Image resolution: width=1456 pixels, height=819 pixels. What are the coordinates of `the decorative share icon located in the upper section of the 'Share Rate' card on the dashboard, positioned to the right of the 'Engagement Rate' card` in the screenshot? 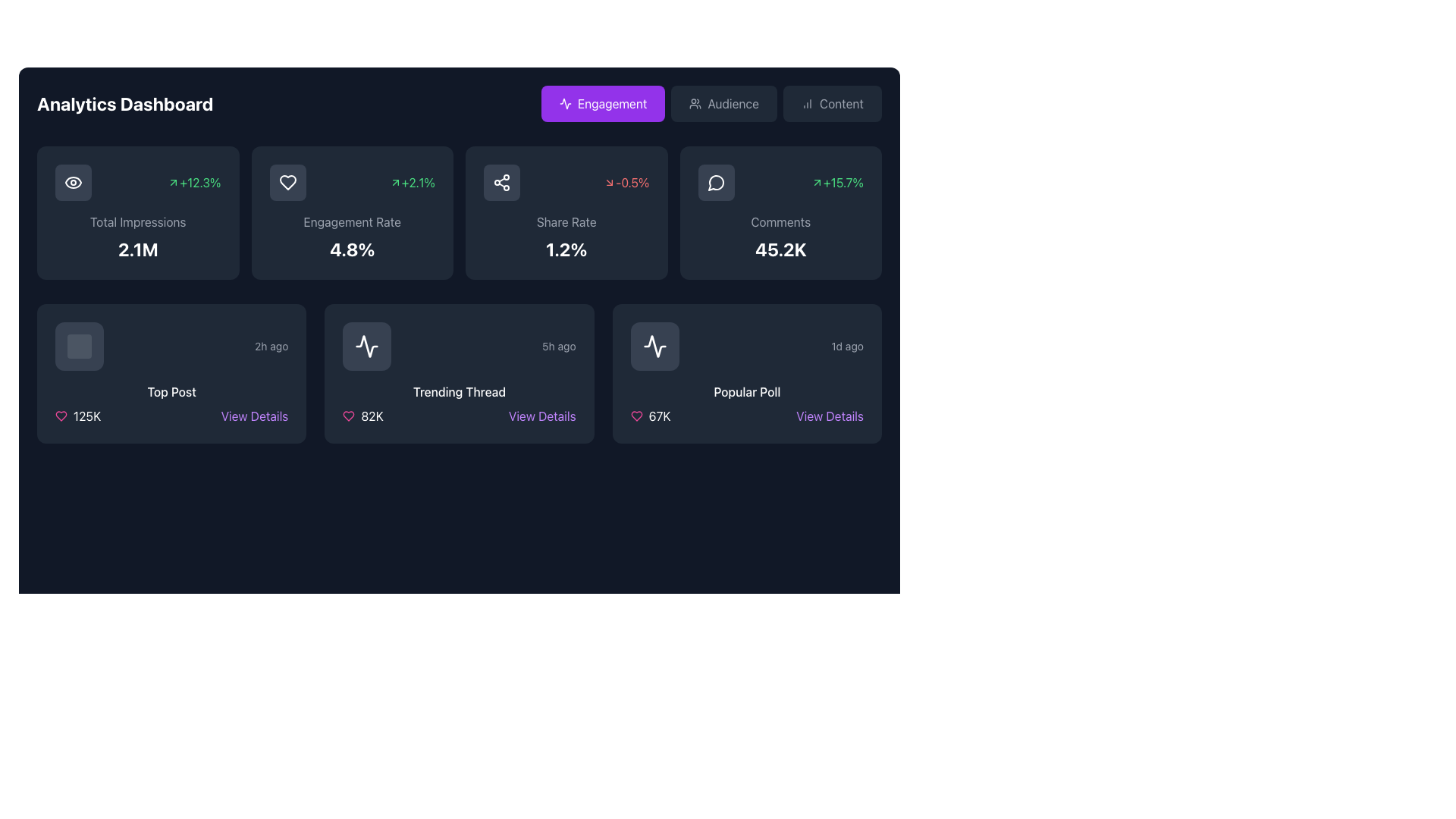 It's located at (502, 181).